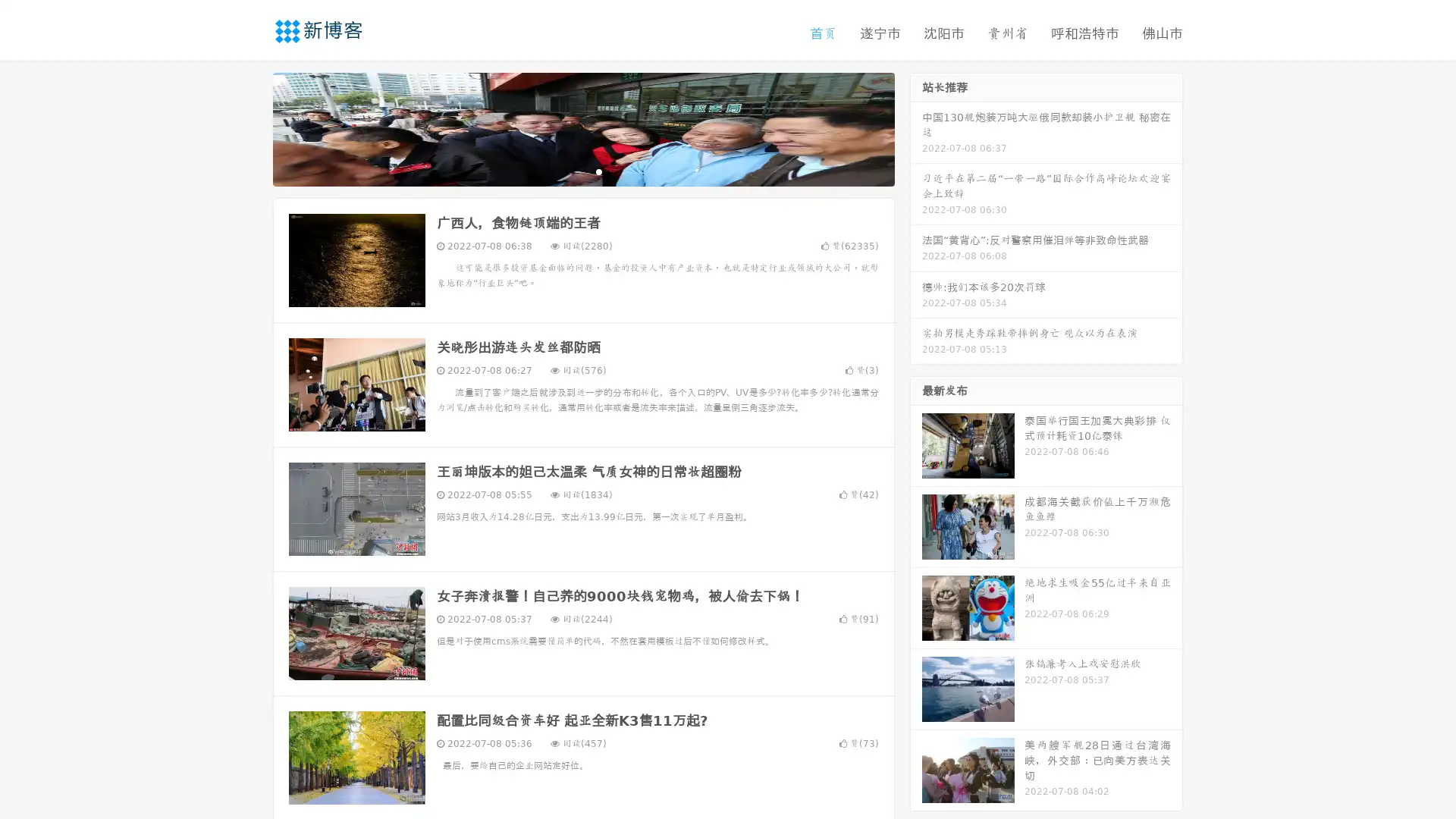 This screenshot has width=1456, height=819. Describe the element at coordinates (598, 171) in the screenshot. I see `Go to slide 3` at that location.